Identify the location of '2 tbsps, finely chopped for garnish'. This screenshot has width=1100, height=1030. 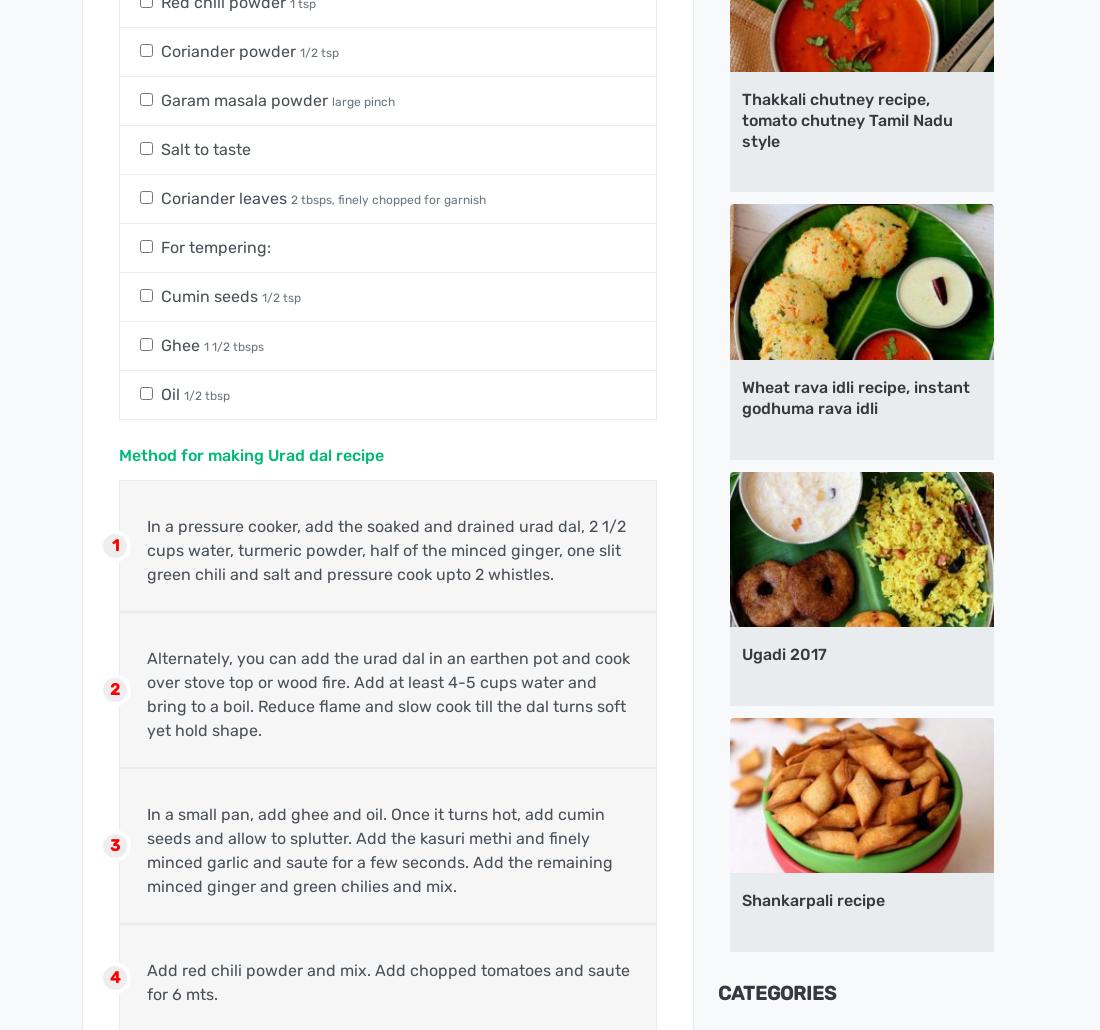
(388, 198).